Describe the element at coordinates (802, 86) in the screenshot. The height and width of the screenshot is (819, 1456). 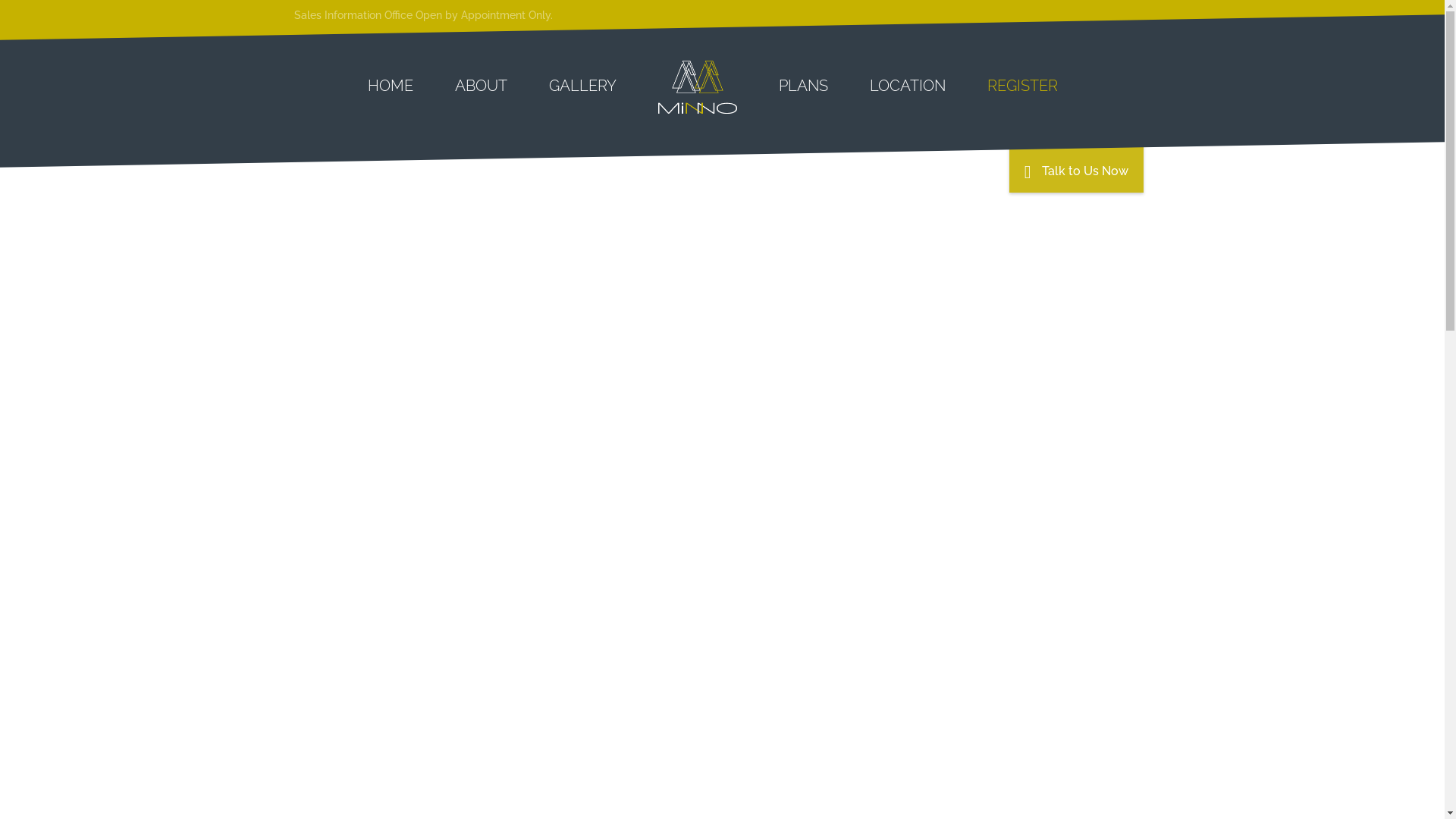
I see `'PLANS'` at that location.